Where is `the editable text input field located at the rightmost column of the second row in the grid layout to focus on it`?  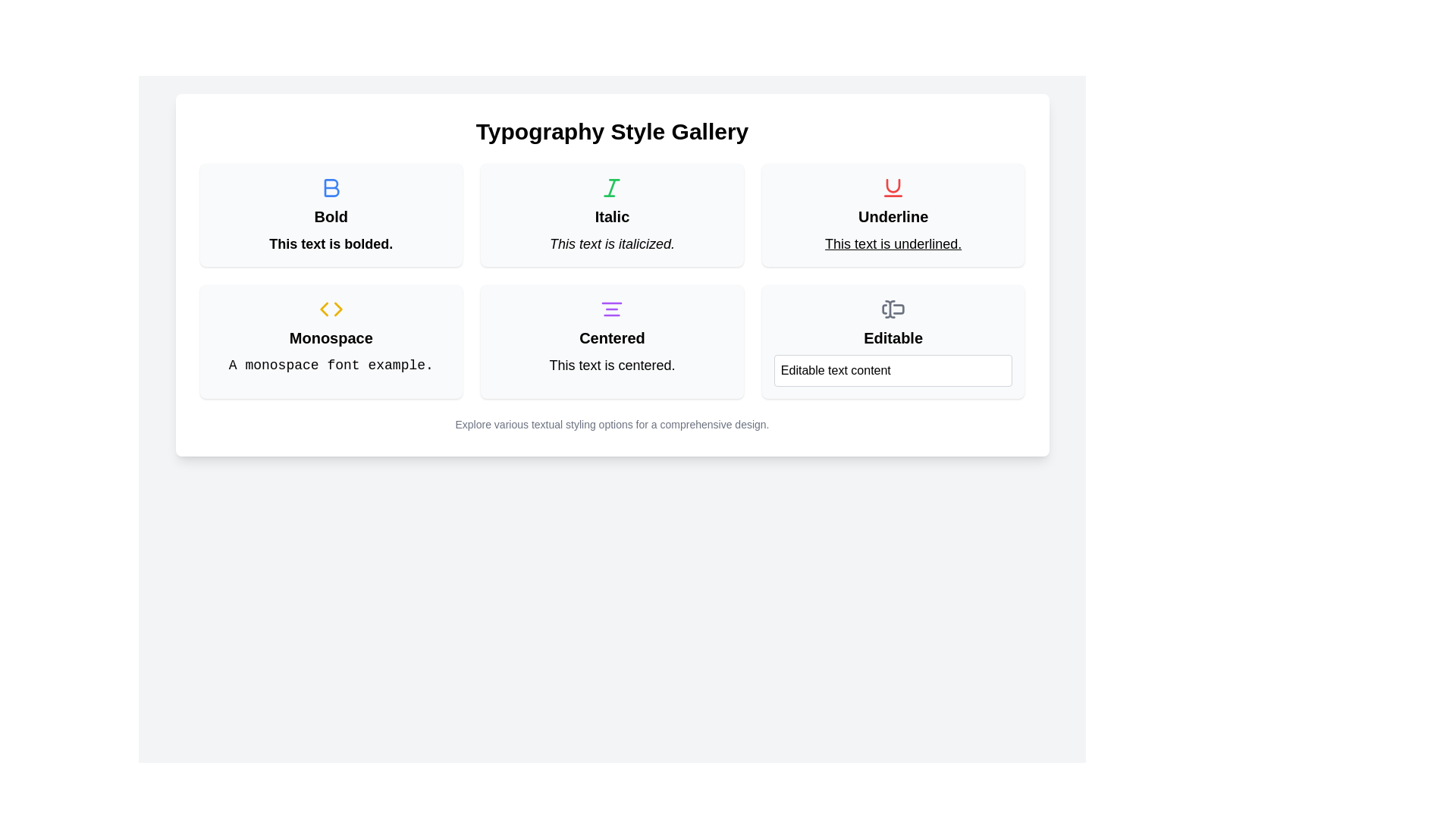 the editable text input field located at the rightmost column of the second row in the grid layout to focus on it is located at coordinates (893, 342).